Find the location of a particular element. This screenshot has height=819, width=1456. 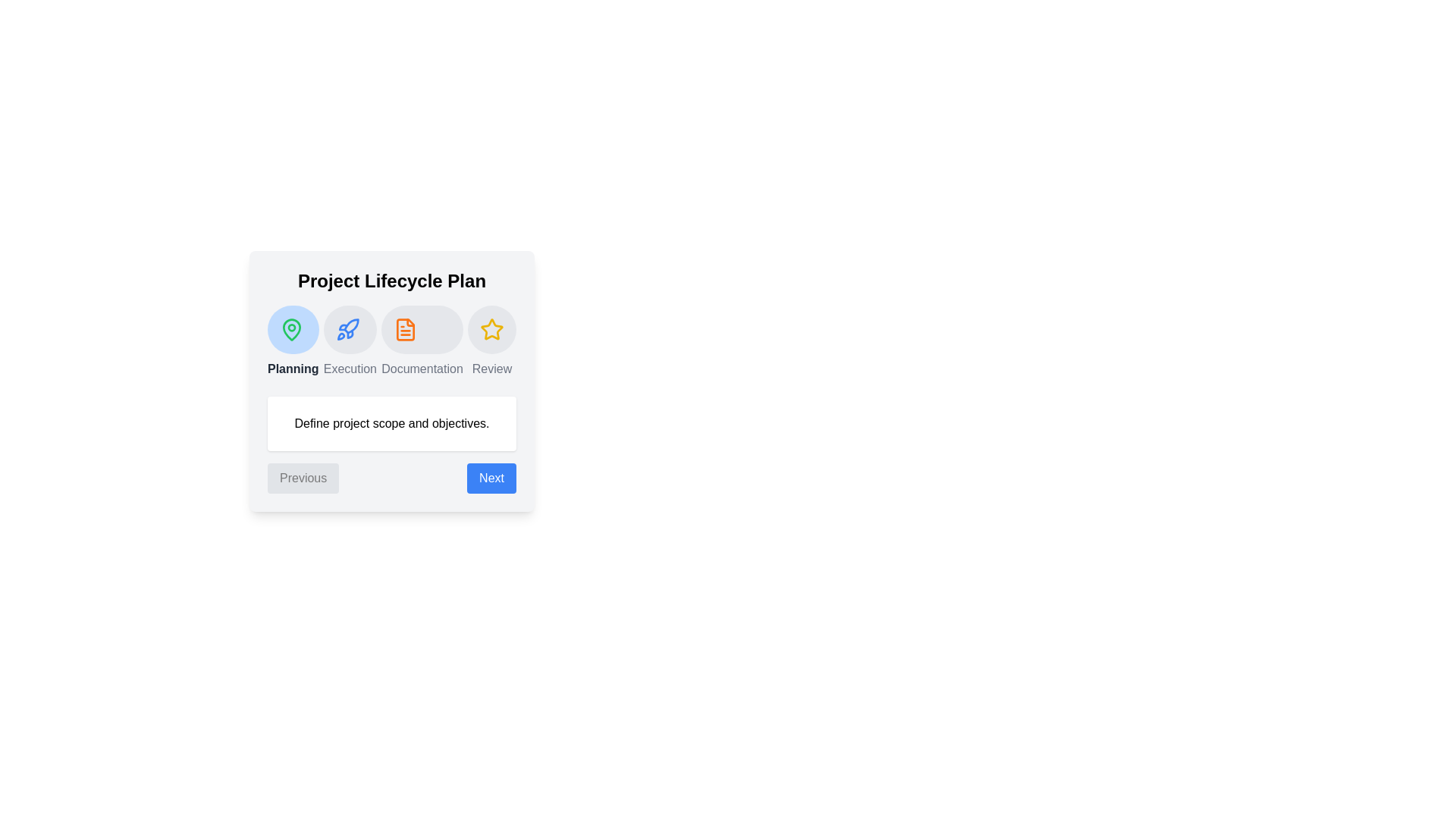

the description area to focus on it is located at coordinates (392, 424).